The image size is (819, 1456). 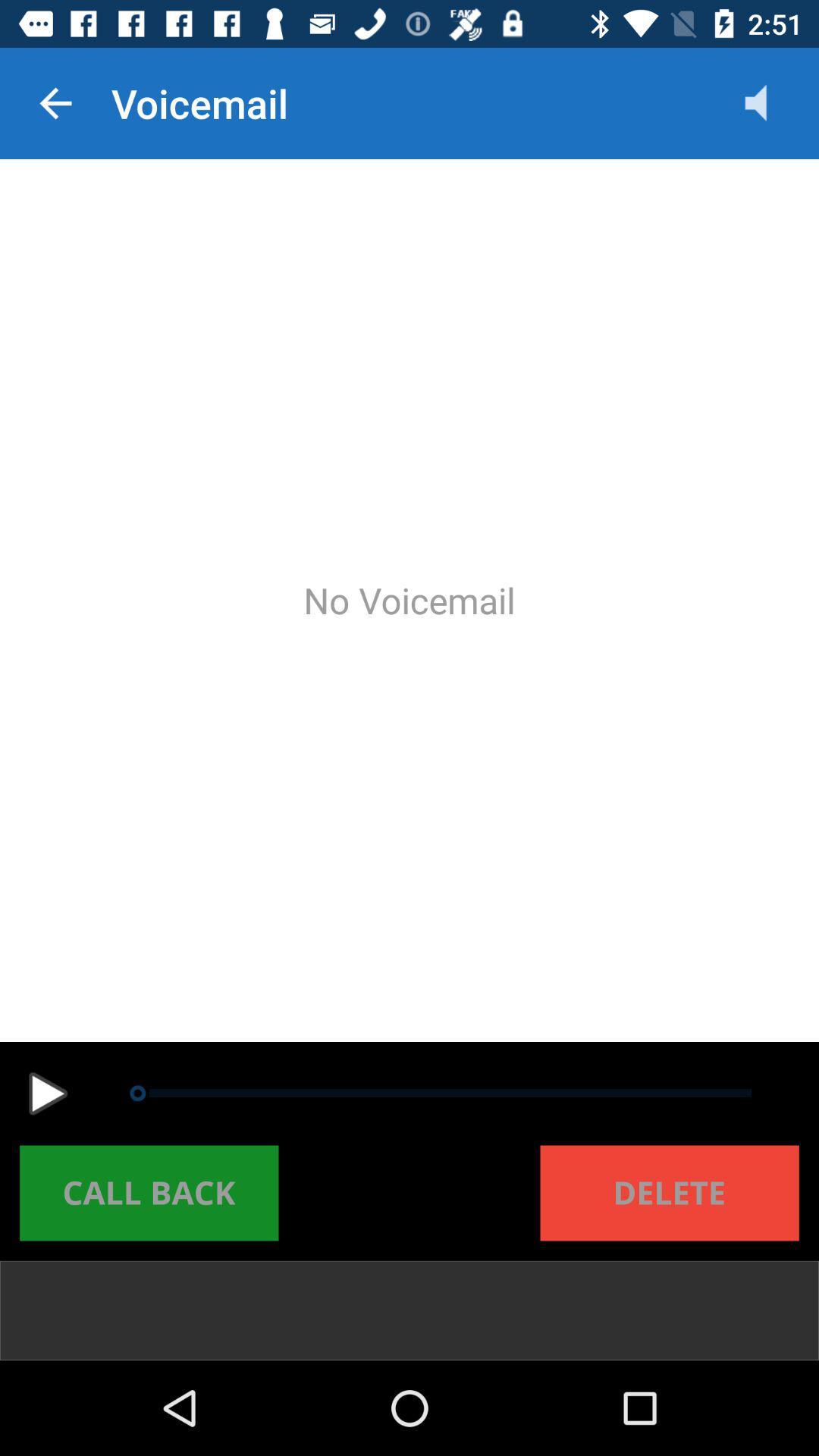 What do you see at coordinates (47, 1094) in the screenshot?
I see `the play icon` at bounding box center [47, 1094].